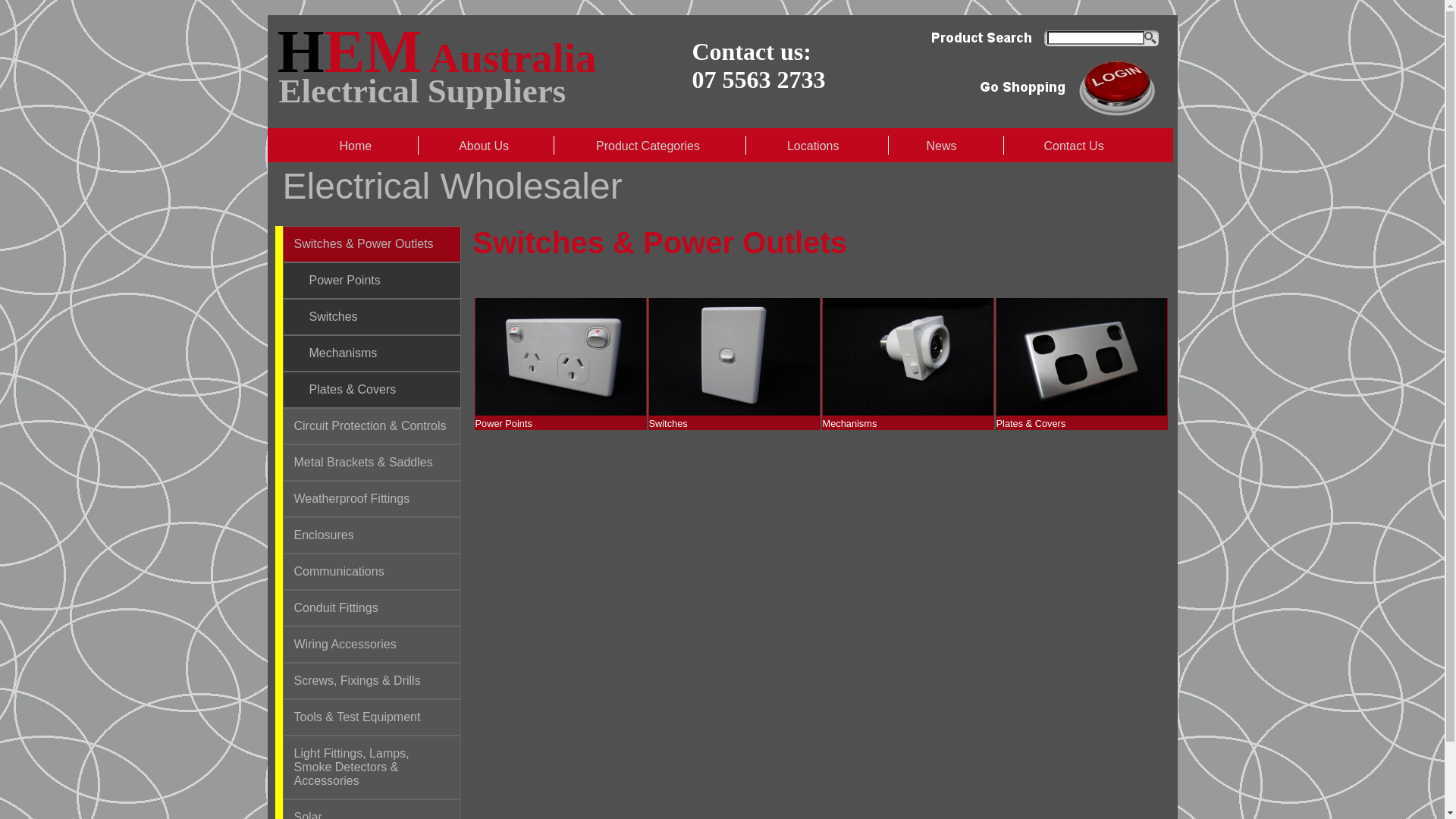 The width and height of the screenshot is (1456, 819). Describe the element at coordinates (942, 146) in the screenshot. I see `'News'` at that location.